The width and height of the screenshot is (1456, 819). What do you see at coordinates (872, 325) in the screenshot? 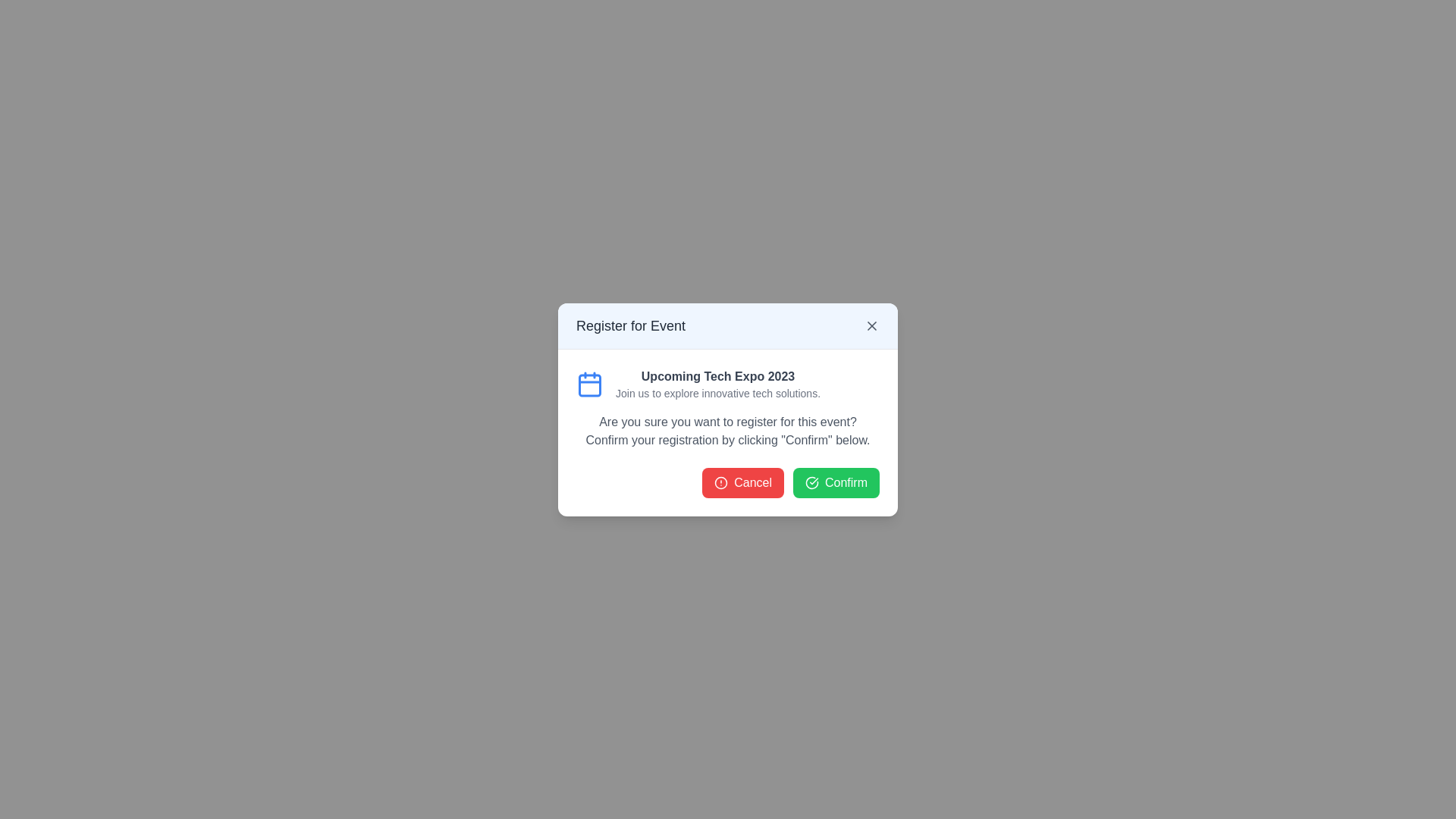
I see `the close button icon, which is an 'X'-shaped icon located at the top-right corner of the 'Register for Event' modal` at bounding box center [872, 325].